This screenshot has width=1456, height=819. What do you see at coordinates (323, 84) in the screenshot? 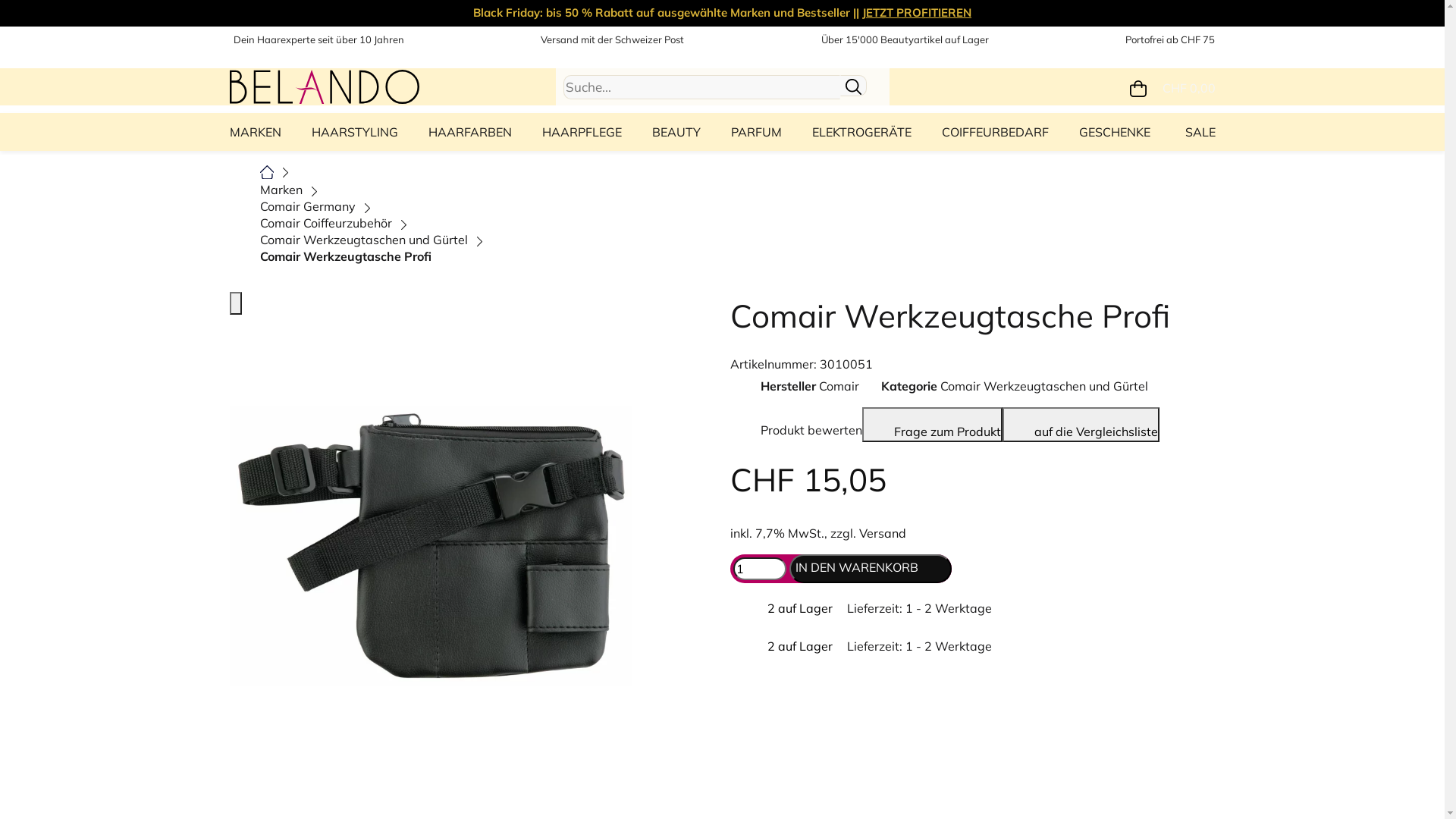
I see `'Belando.ch'` at bounding box center [323, 84].